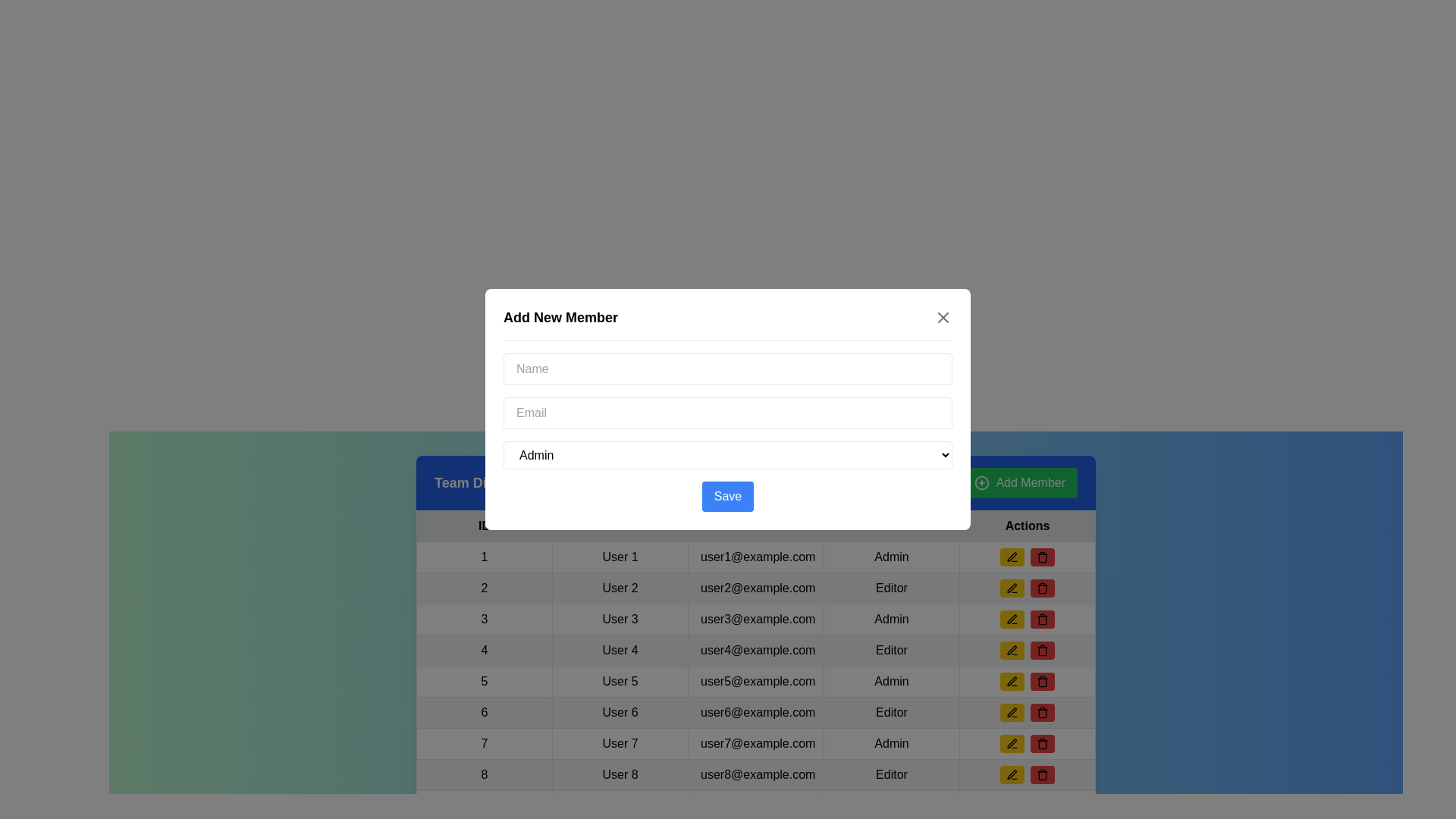 The width and height of the screenshot is (1456, 819). I want to click on the pen icon located in the 'Actions' column of the sixth row to initiate editing the user data, so click(1012, 711).